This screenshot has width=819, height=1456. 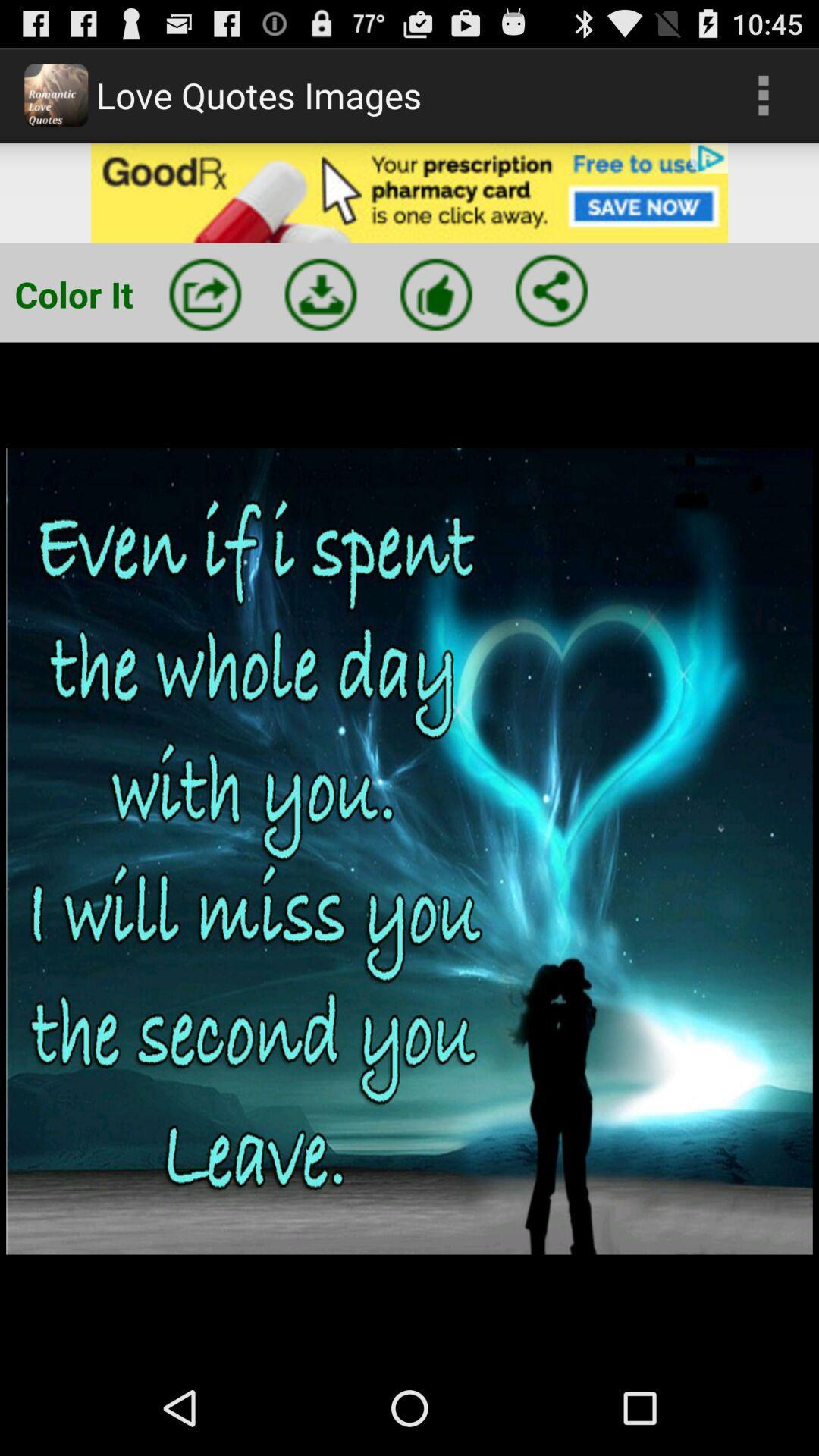 What do you see at coordinates (205, 314) in the screenshot?
I see `the launch icon` at bounding box center [205, 314].